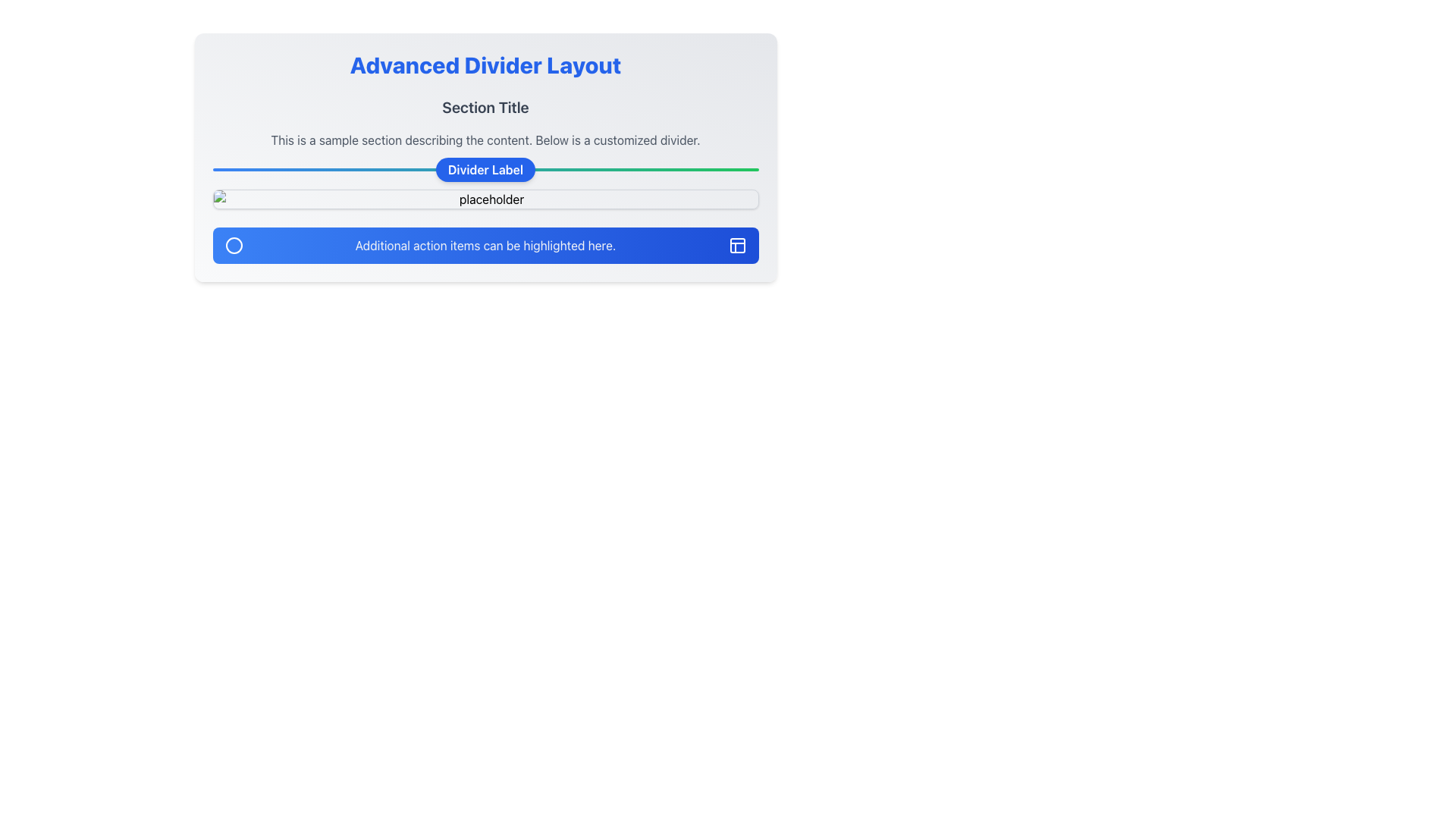  What do you see at coordinates (485, 169) in the screenshot?
I see `the Decorative Divider labeled 'Divider Label', which is a blue rounded-corner badge centered within a gradient line, positioned between a descriptive paragraph and a placeholder image` at bounding box center [485, 169].